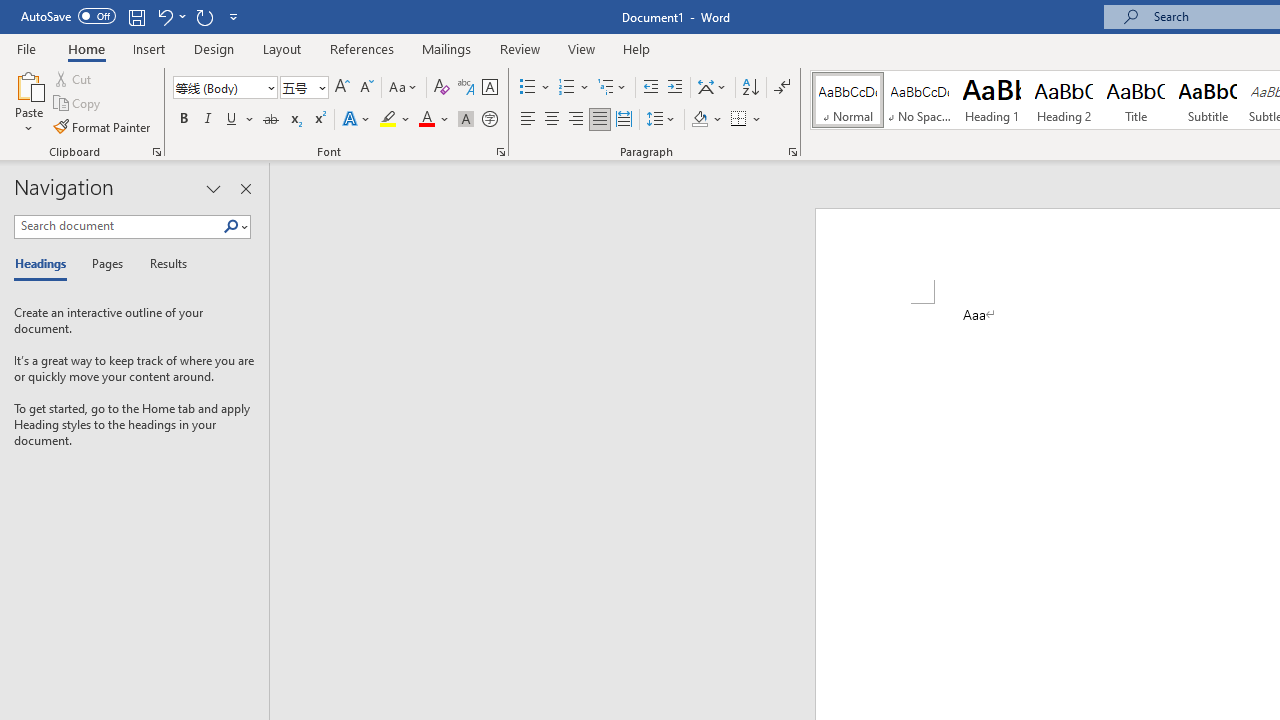 The height and width of the screenshot is (720, 1280). What do you see at coordinates (102, 127) in the screenshot?
I see `'Format Painter'` at bounding box center [102, 127].